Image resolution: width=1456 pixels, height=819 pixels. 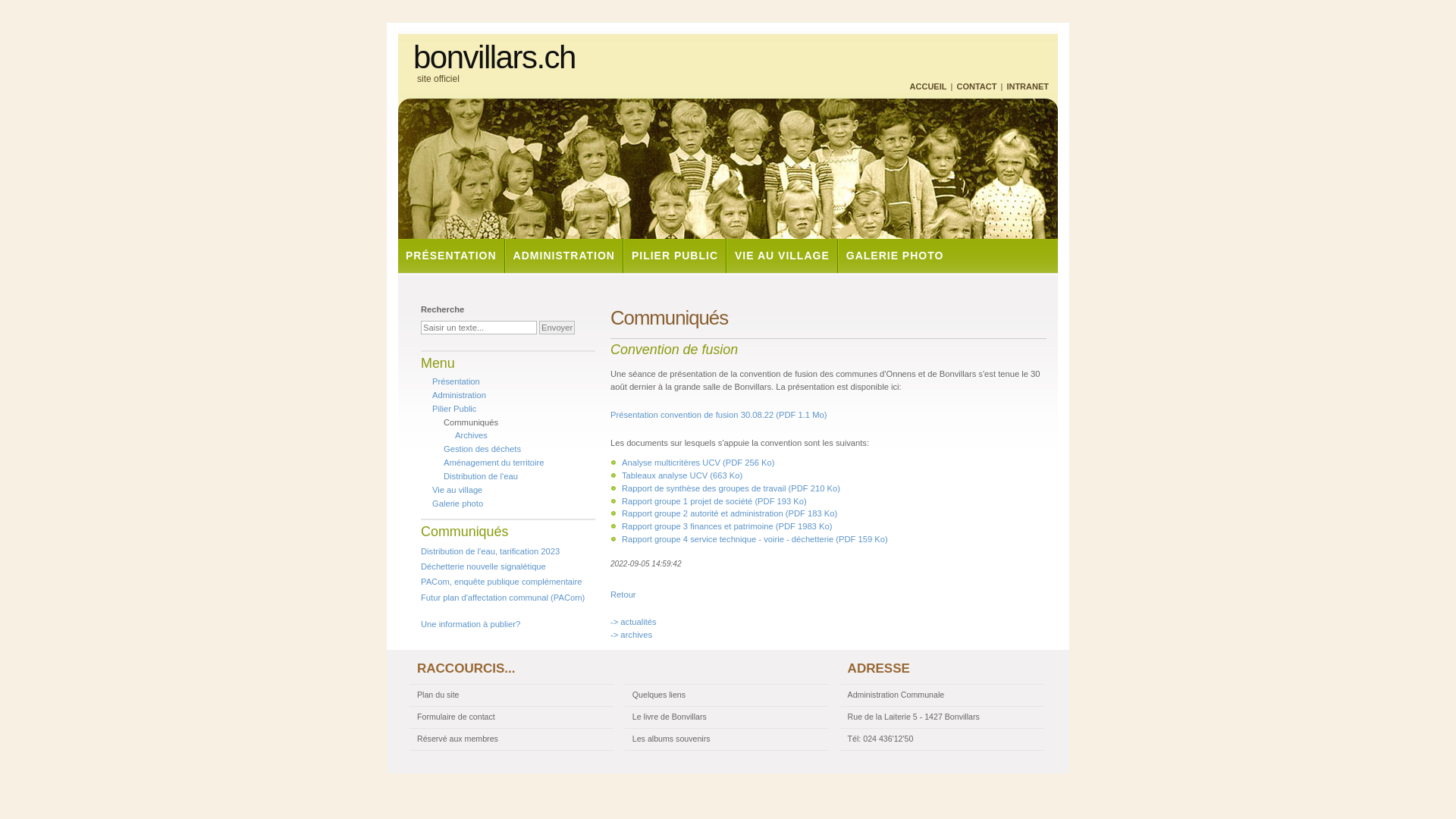 I want to click on 'PILIER PUBLIC', so click(x=673, y=255).